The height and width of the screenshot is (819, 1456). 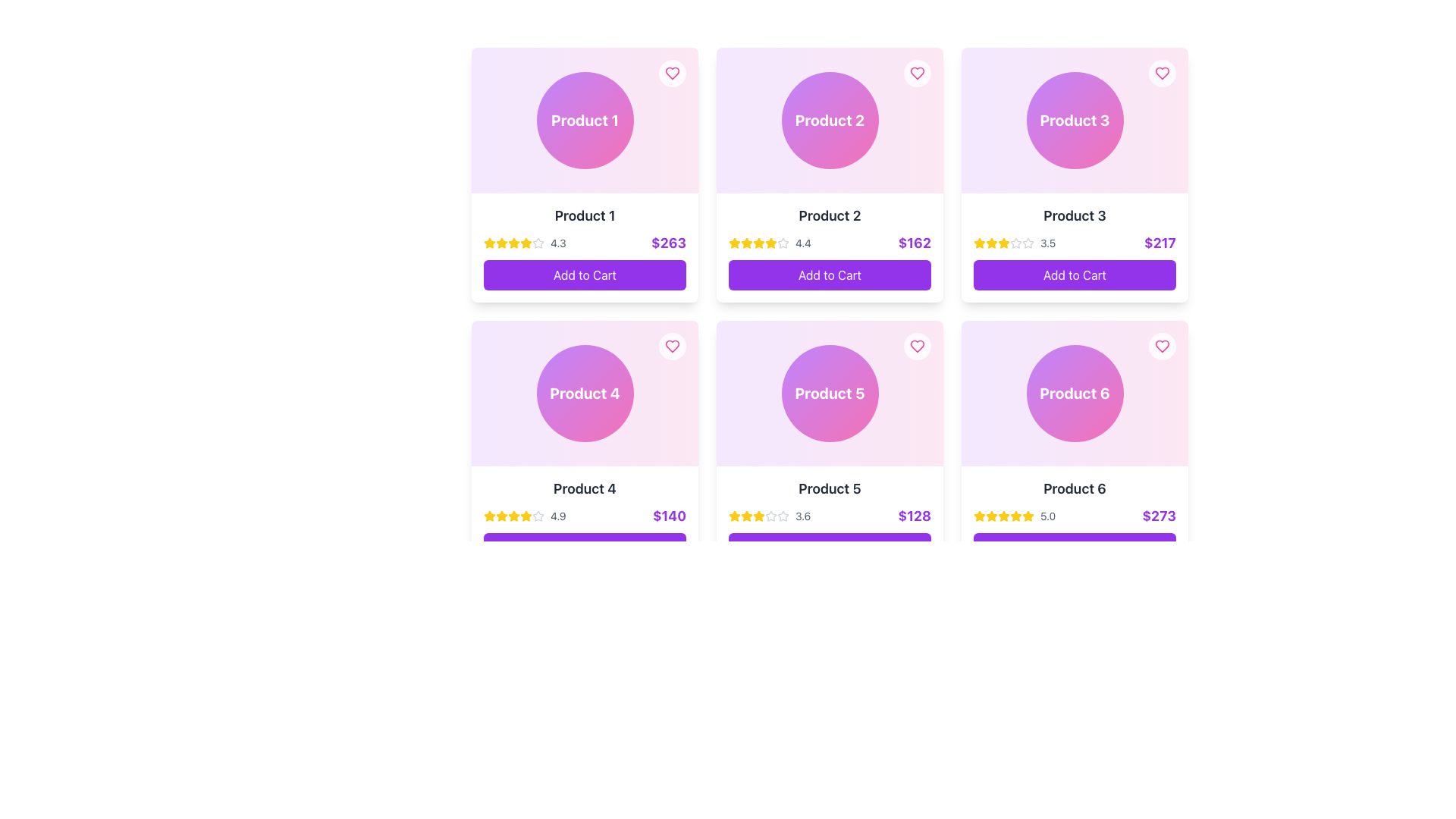 What do you see at coordinates (1047, 242) in the screenshot?
I see `the text component displaying the value '3.5' next to the star icons in the rating section of the third product card` at bounding box center [1047, 242].